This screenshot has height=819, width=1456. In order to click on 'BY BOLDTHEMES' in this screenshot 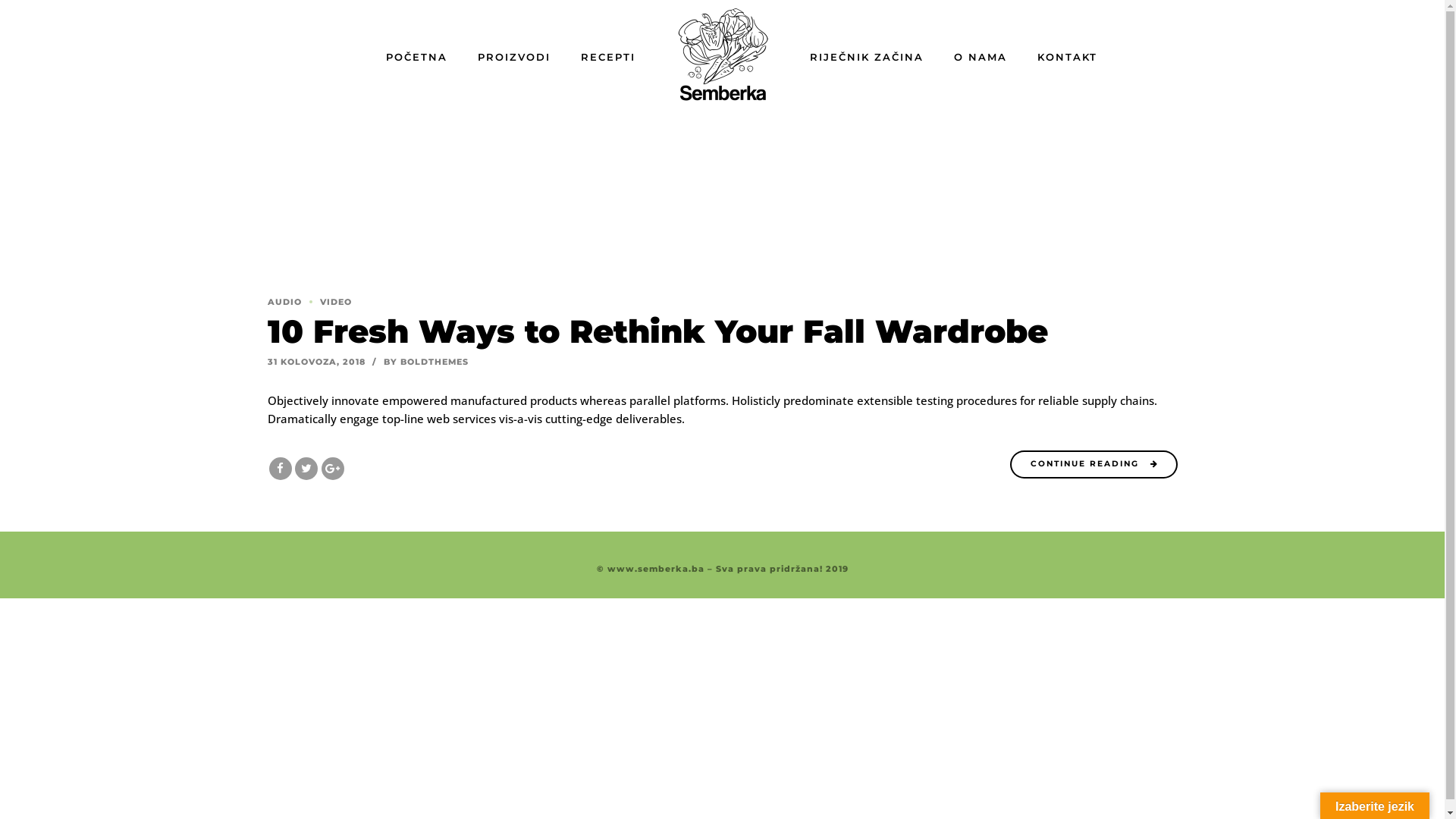, I will do `click(425, 362)`.